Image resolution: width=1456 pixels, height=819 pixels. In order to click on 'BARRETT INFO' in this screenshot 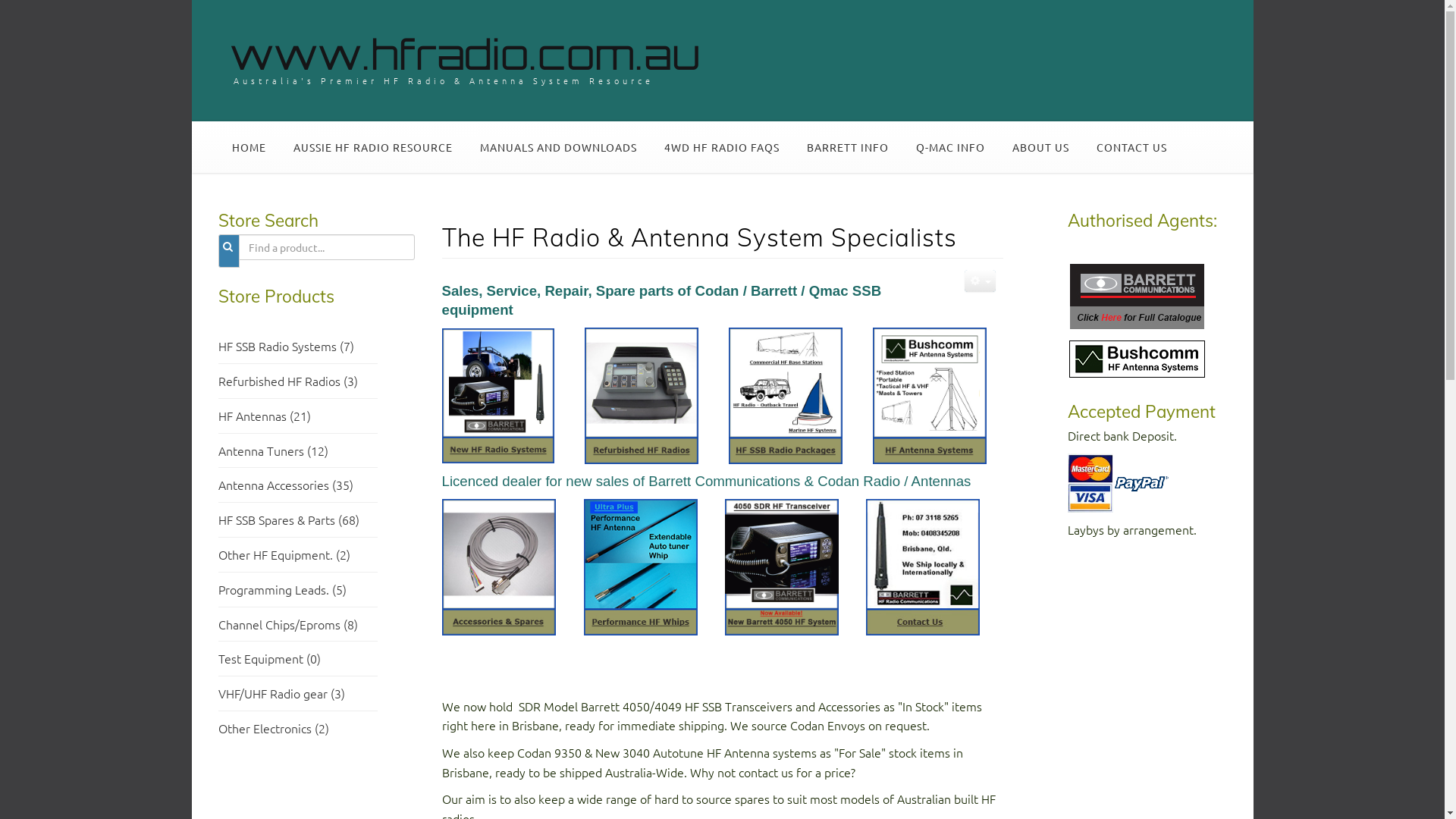, I will do `click(847, 146)`.